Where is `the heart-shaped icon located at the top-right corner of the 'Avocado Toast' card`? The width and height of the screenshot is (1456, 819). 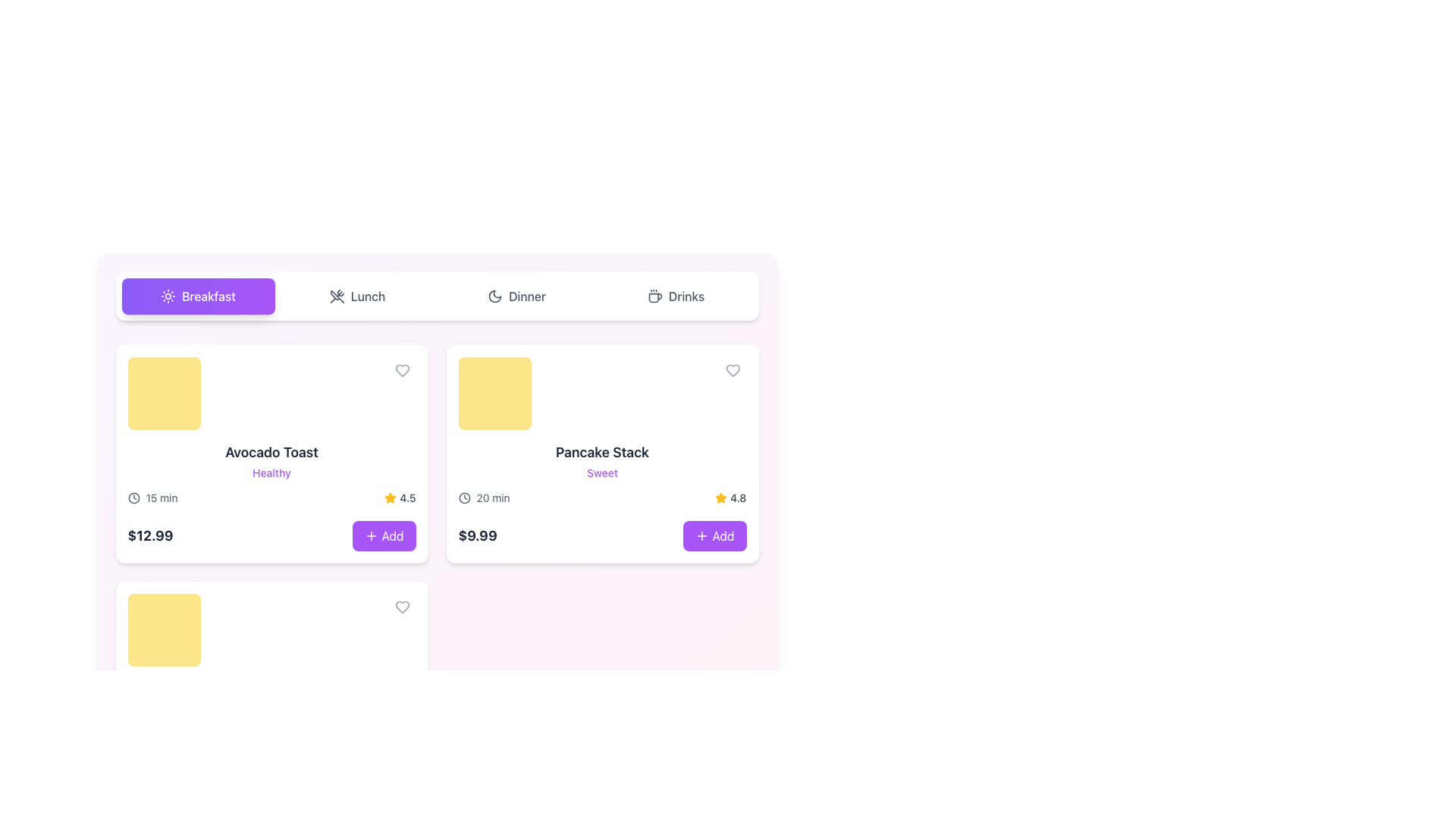
the heart-shaped icon located at the top-right corner of the 'Avocado Toast' card is located at coordinates (402, 607).